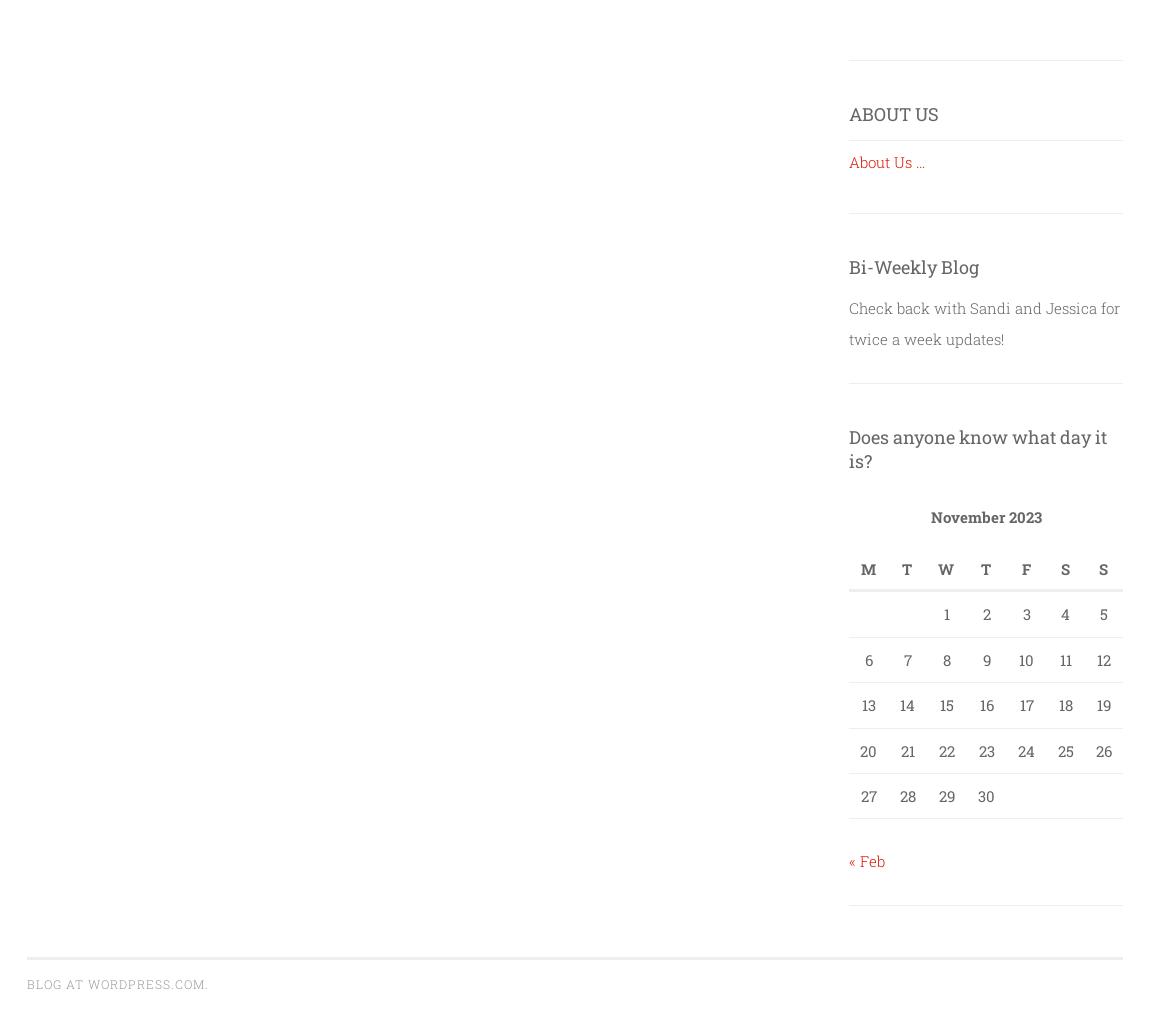 Image resolution: width=1150 pixels, height=1014 pixels. What do you see at coordinates (1102, 613) in the screenshot?
I see `'5'` at bounding box center [1102, 613].